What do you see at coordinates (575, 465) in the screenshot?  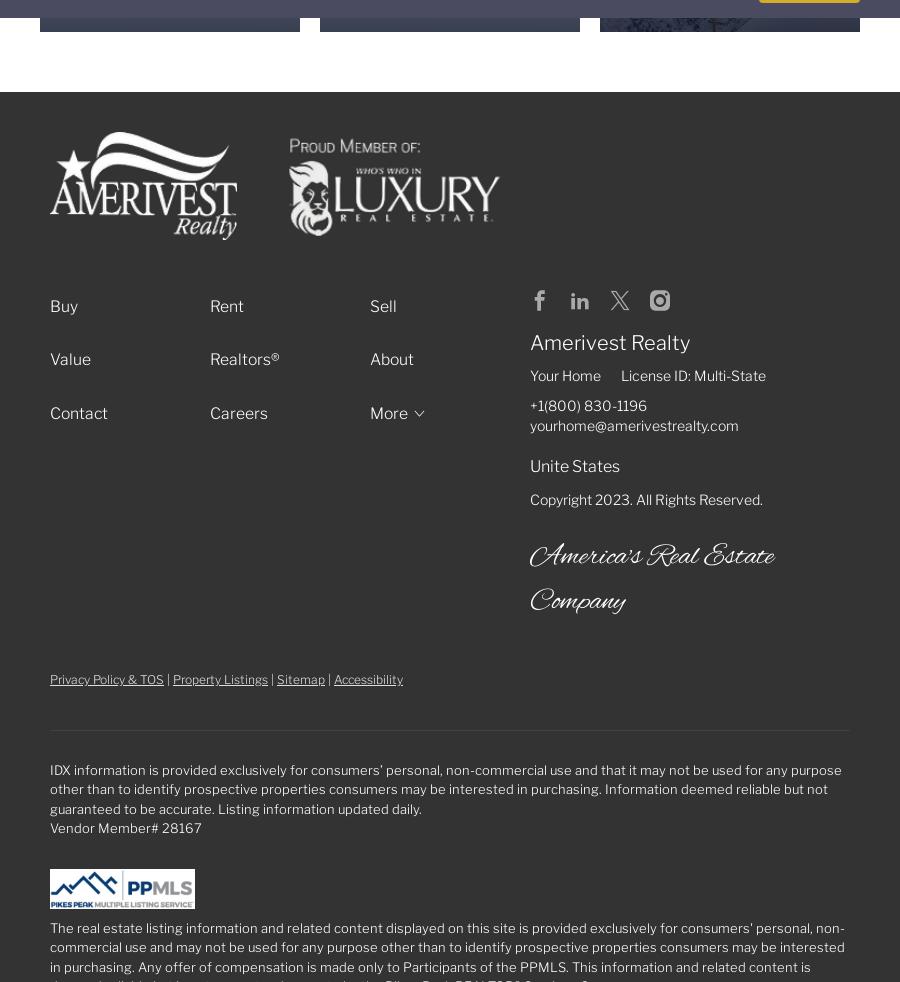 I see `'Unite States'` at bounding box center [575, 465].